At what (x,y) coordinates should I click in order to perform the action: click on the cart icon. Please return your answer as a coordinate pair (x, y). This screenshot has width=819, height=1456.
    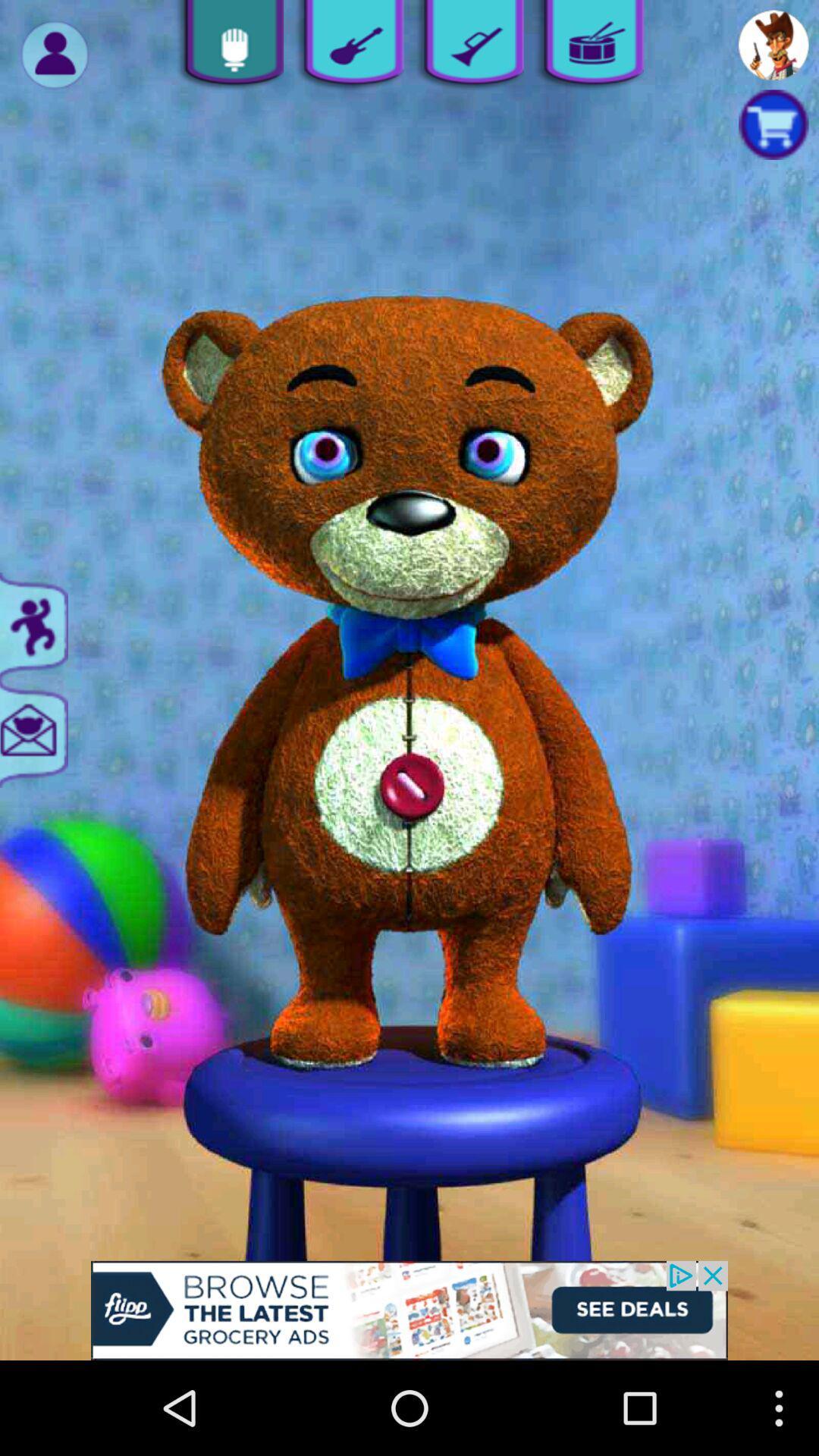
    Looking at the image, I should click on (773, 133).